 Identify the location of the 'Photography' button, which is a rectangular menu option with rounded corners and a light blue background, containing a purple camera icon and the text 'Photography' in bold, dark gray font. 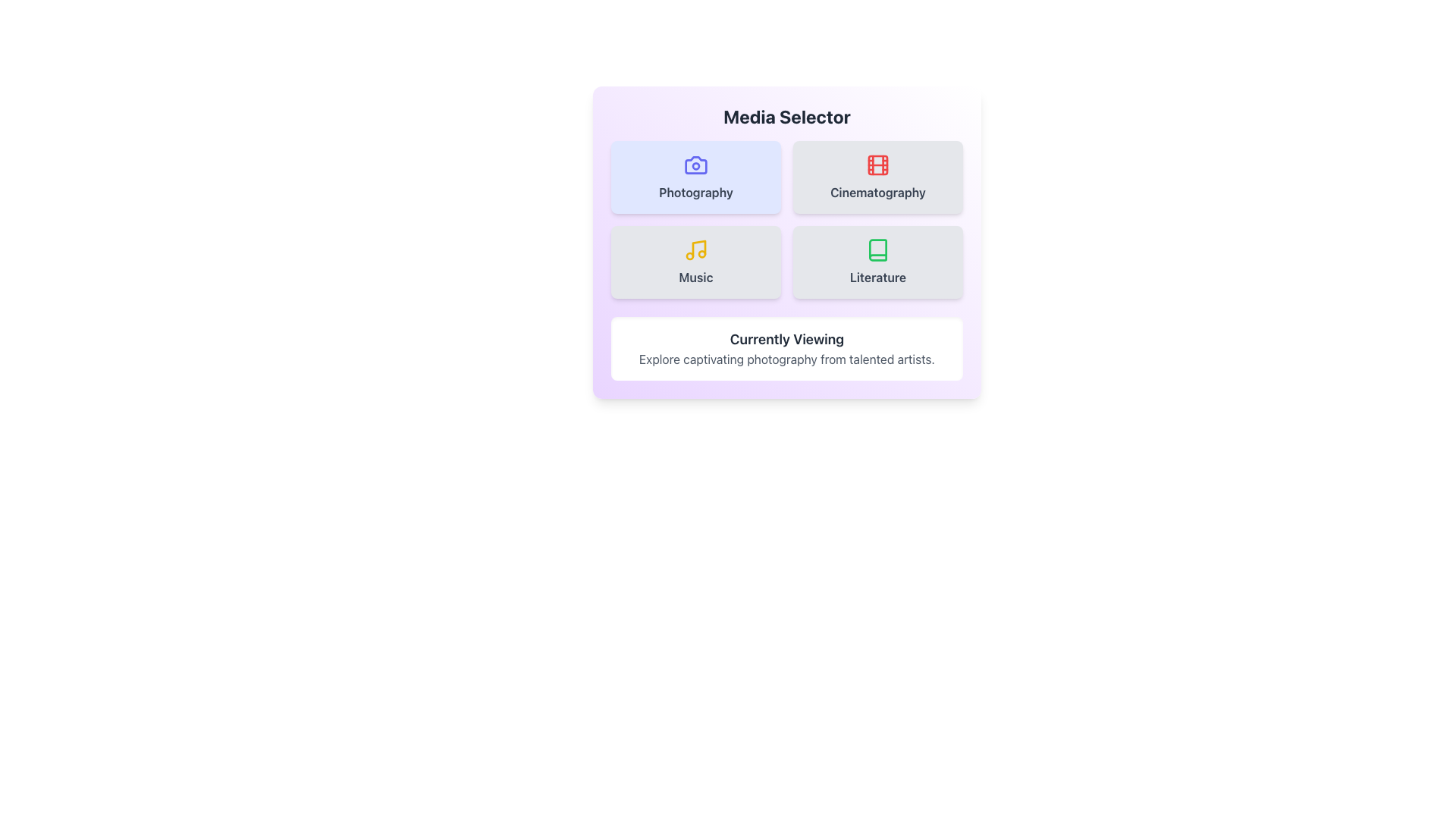
(695, 177).